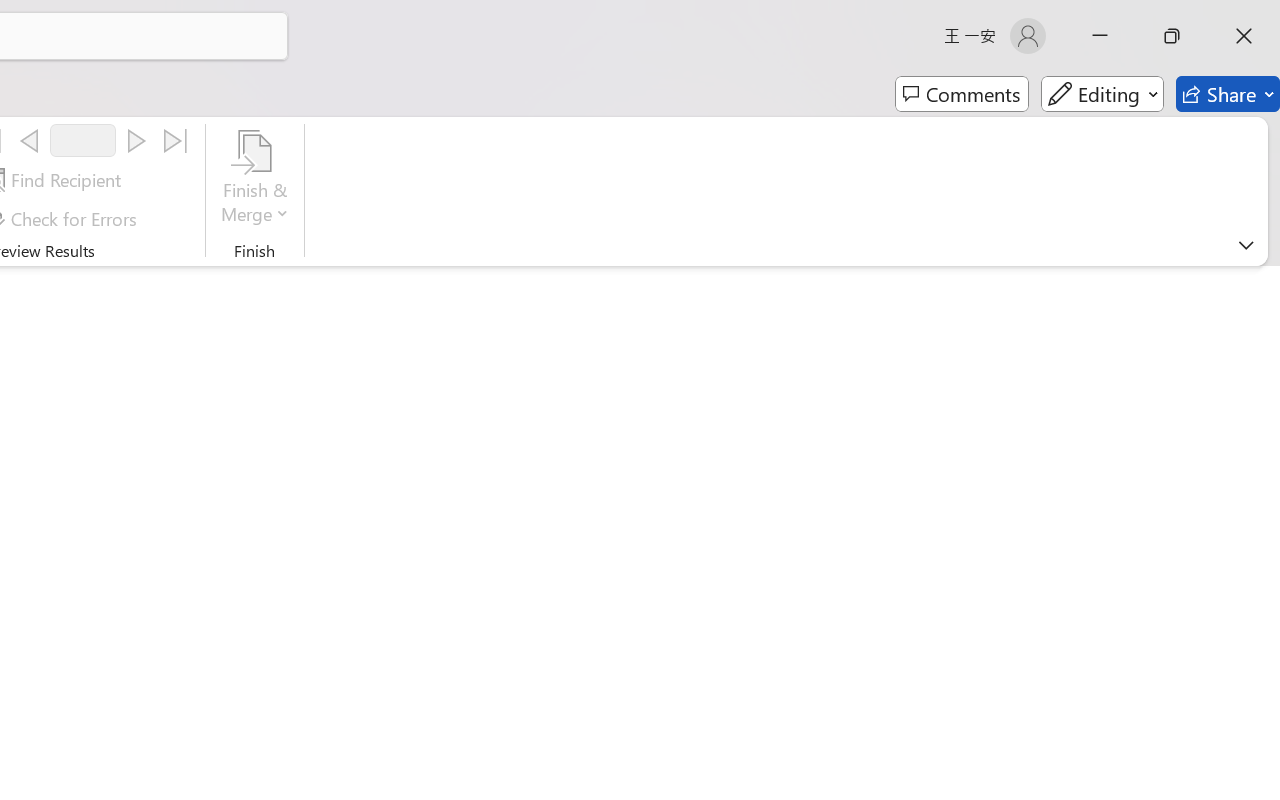 This screenshot has width=1280, height=800. Describe the element at coordinates (1245, 244) in the screenshot. I see `'Ribbon Display Options'` at that location.